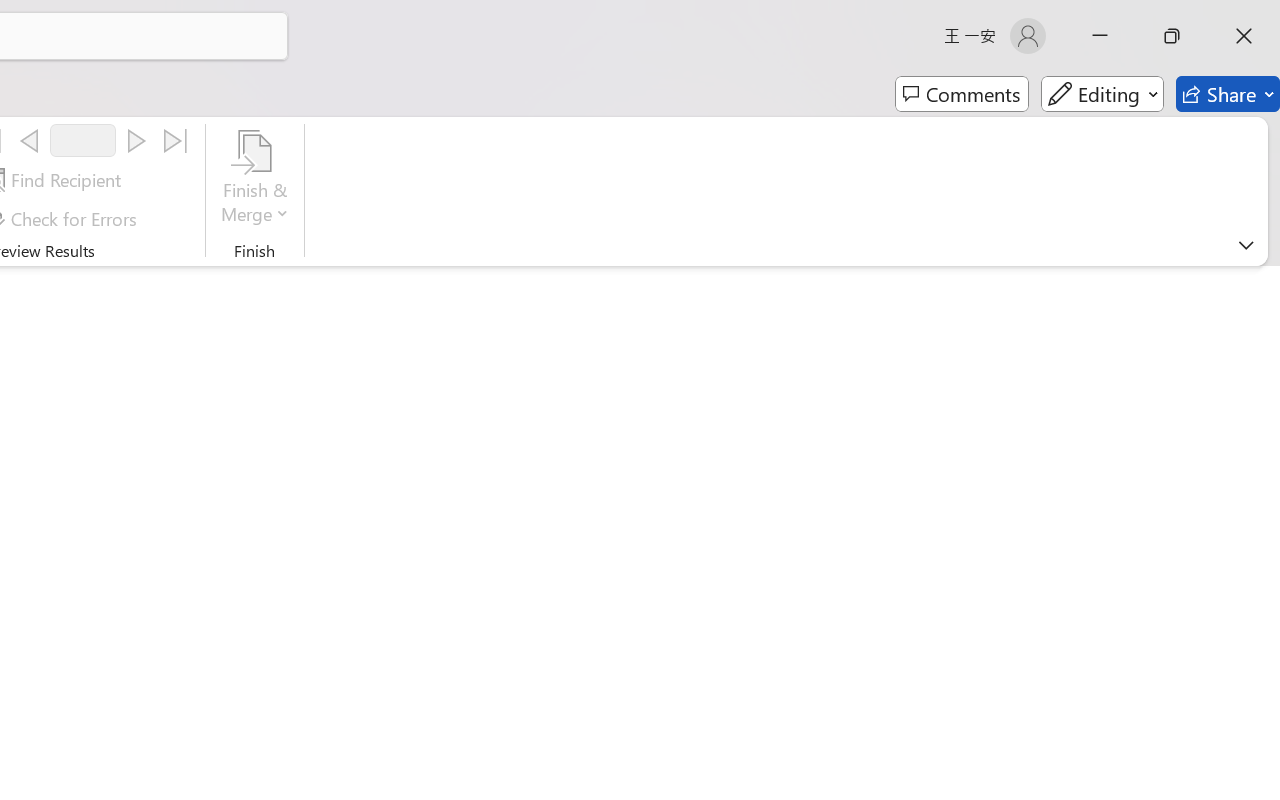 This screenshot has width=1280, height=800. Describe the element at coordinates (1245, 244) in the screenshot. I see `'Ribbon Display Options'` at that location.